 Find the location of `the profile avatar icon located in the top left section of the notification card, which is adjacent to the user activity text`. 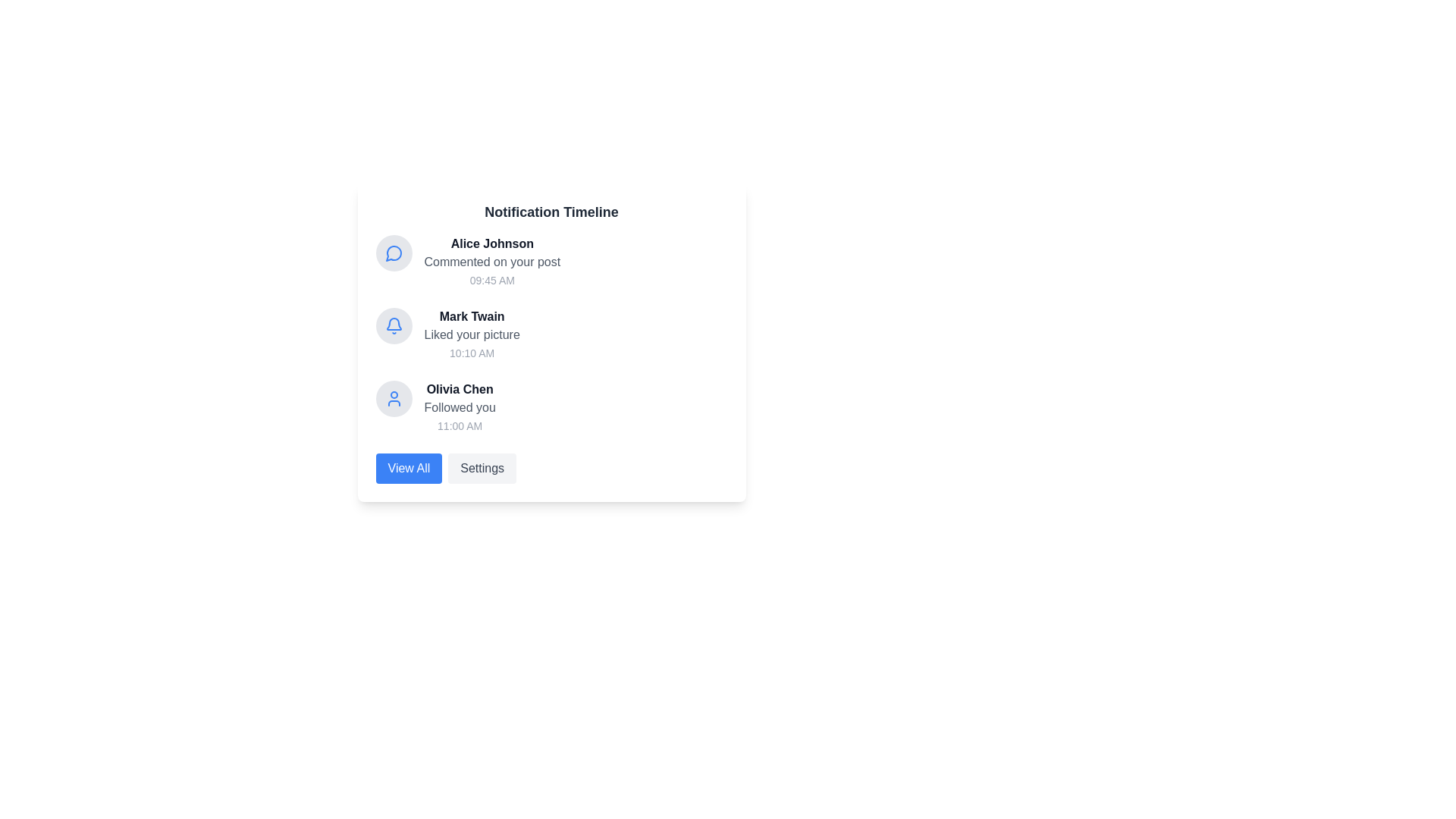

the profile avatar icon located in the top left section of the notification card, which is adjacent to the user activity text is located at coordinates (394, 397).